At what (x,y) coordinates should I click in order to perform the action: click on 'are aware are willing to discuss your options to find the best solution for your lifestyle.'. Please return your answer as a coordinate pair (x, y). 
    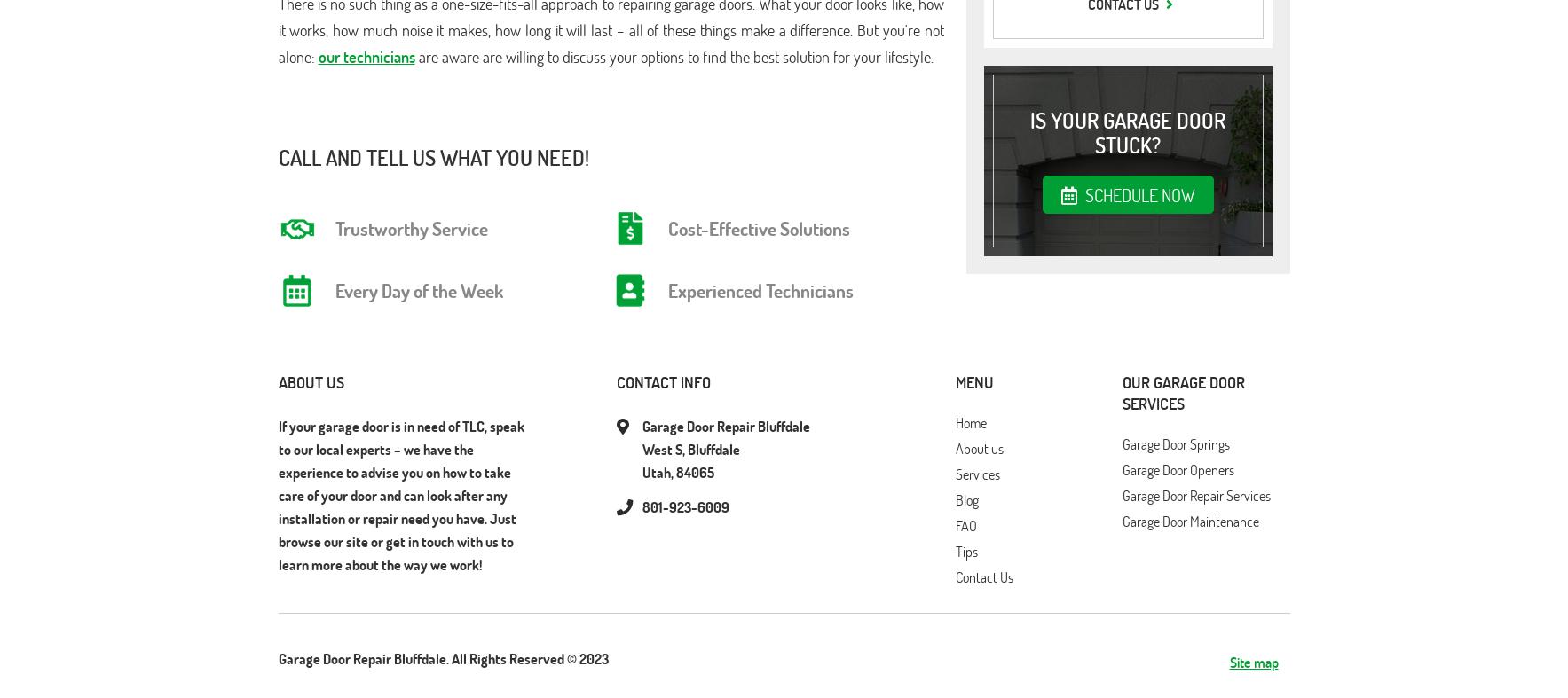
    Looking at the image, I should click on (672, 55).